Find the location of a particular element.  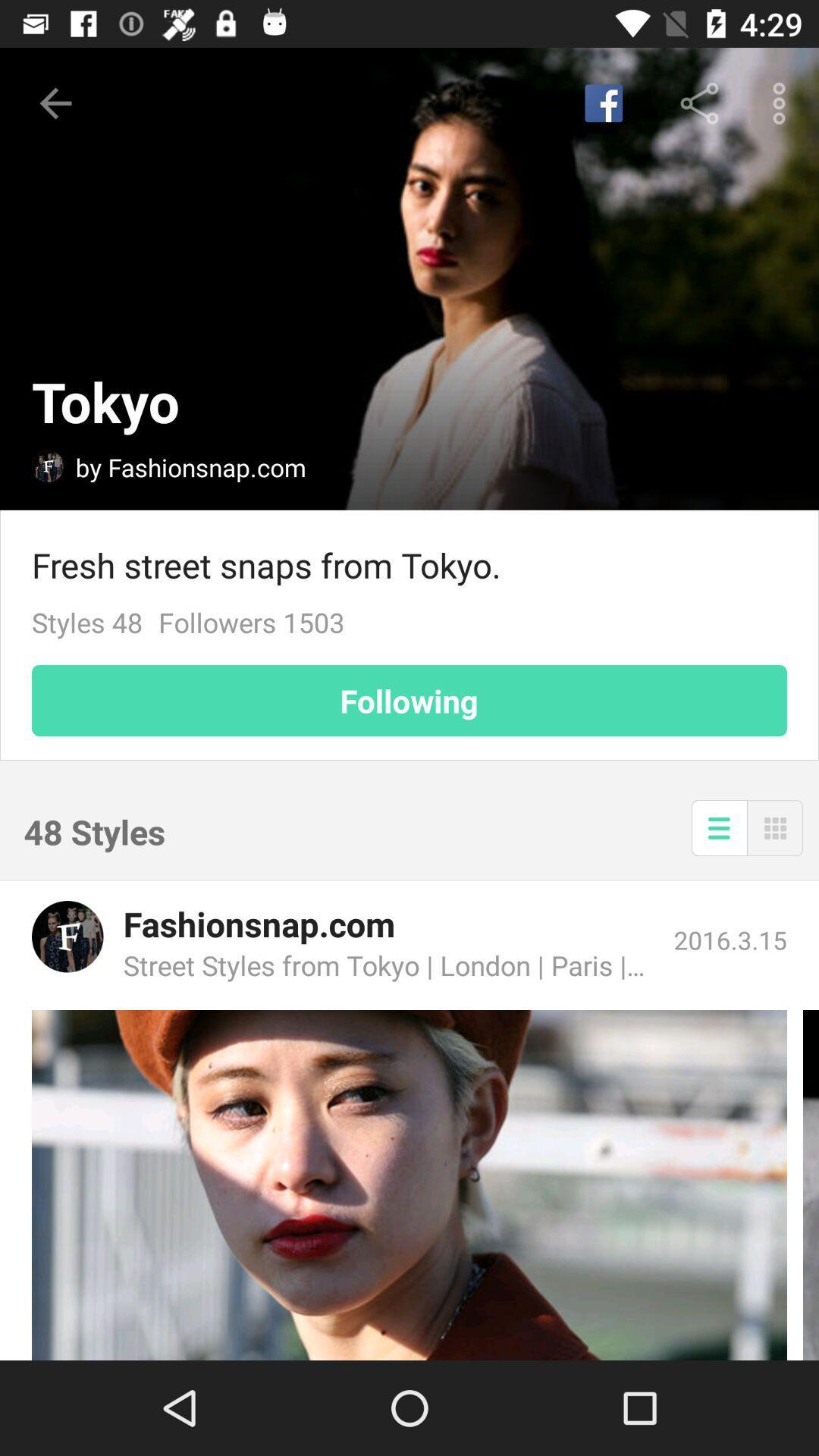

related style is located at coordinates (409, 1185).